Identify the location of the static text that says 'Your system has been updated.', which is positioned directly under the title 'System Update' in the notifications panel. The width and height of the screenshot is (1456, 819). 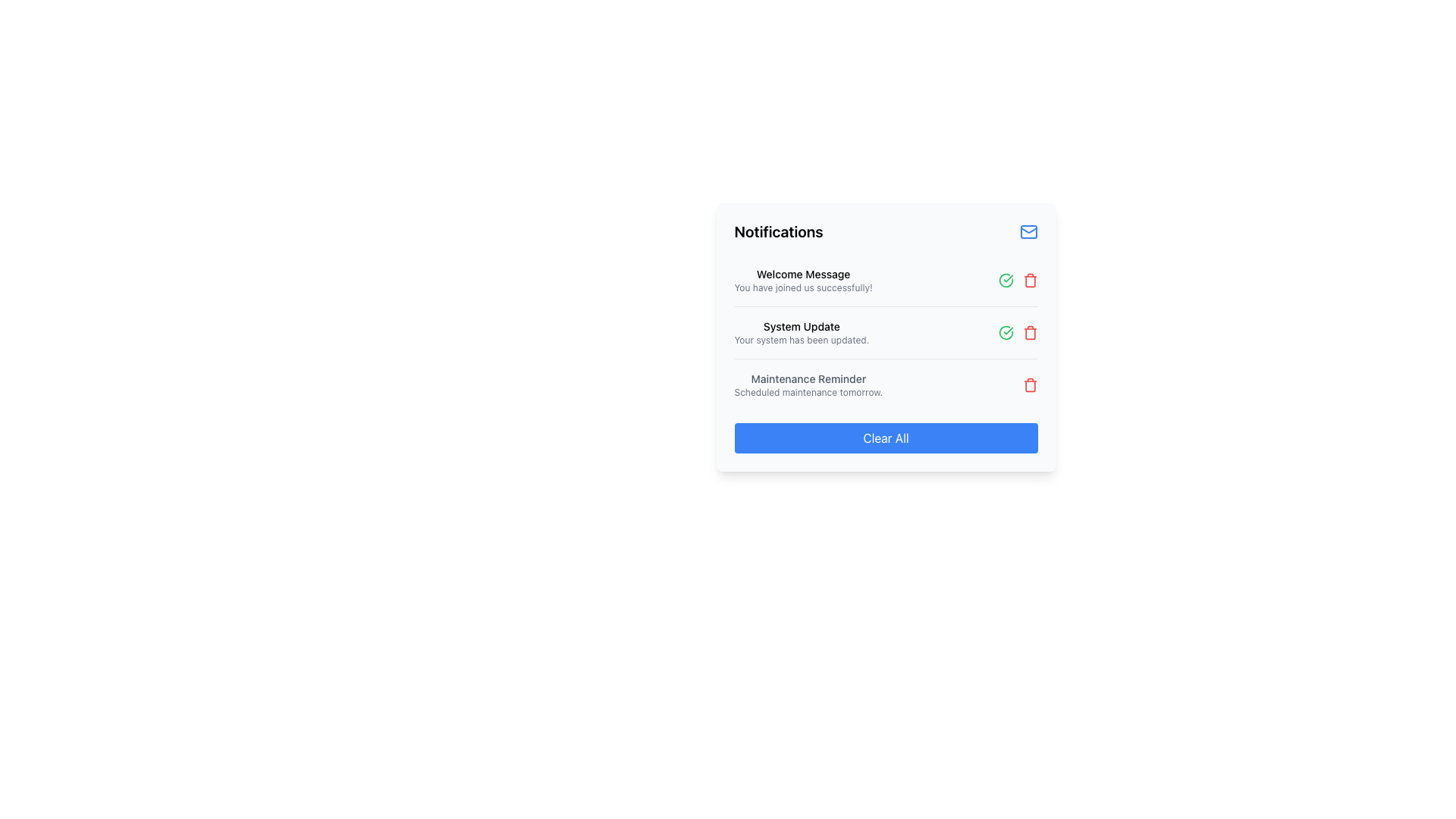
(801, 339).